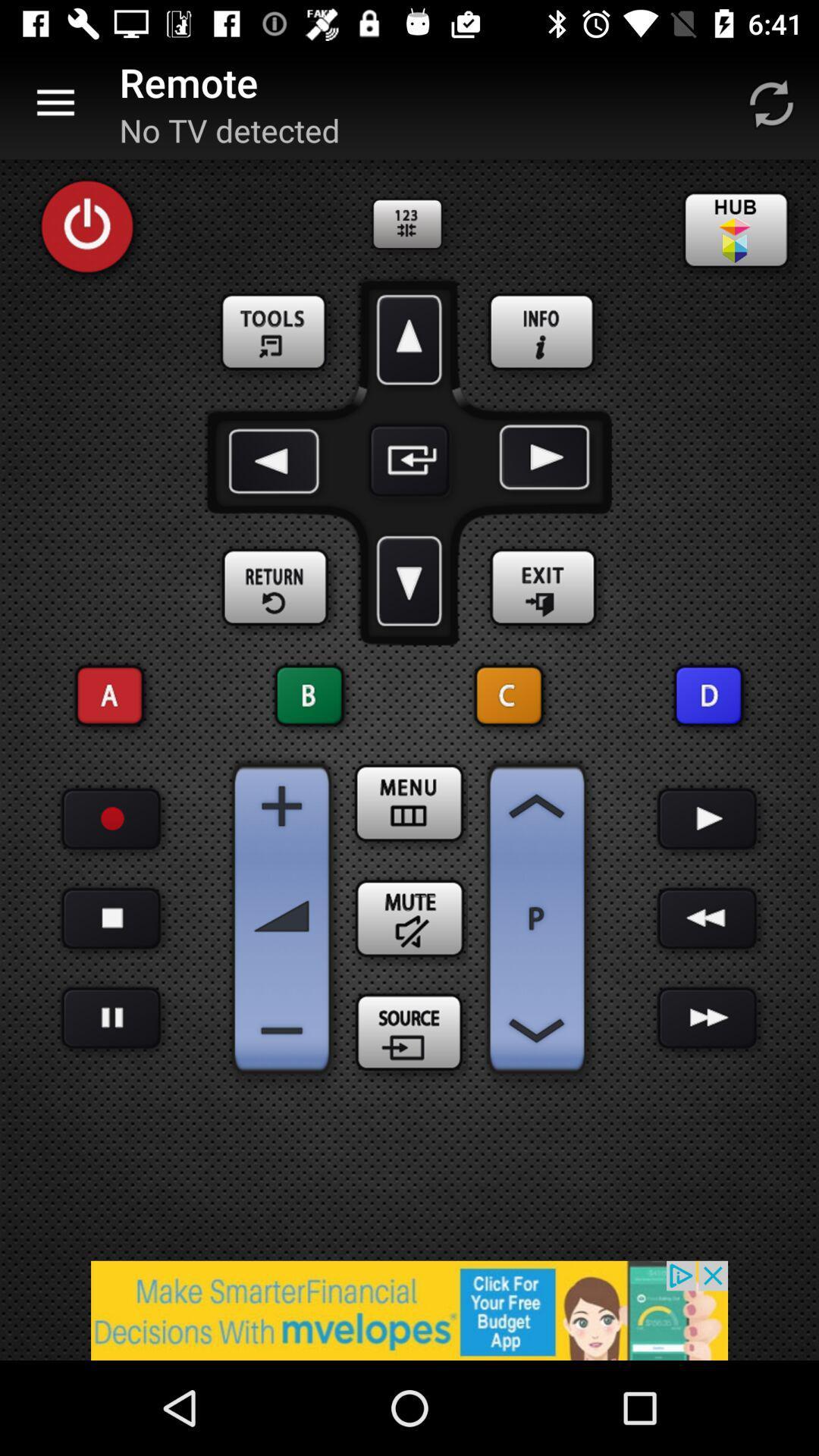 This screenshot has width=819, height=1456. What do you see at coordinates (771, 102) in the screenshot?
I see `go rottate botten` at bounding box center [771, 102].